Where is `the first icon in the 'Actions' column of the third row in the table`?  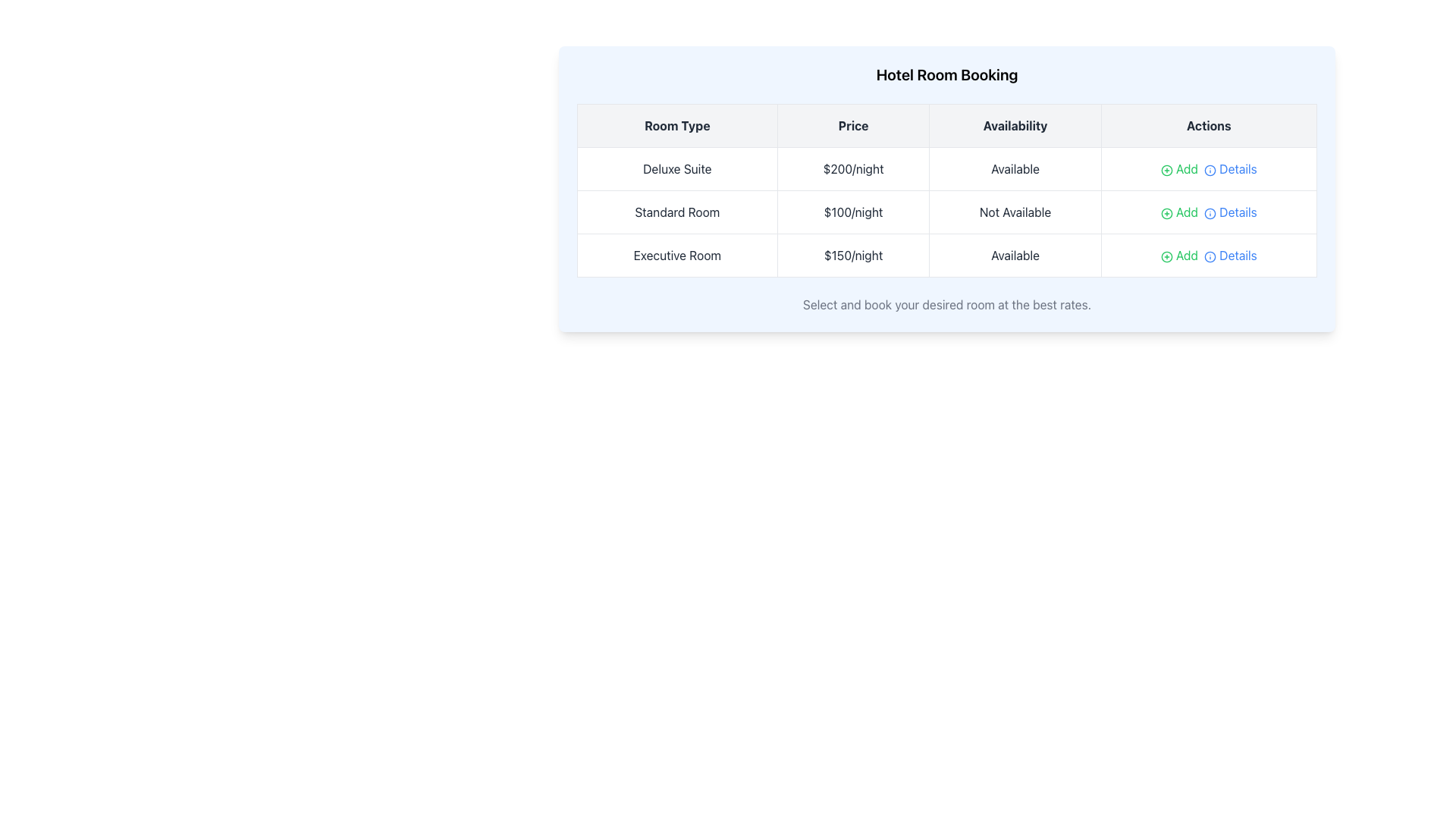
the first icon in the 'Actions' column of the third row in the table is located at coordinates (1210, 170).